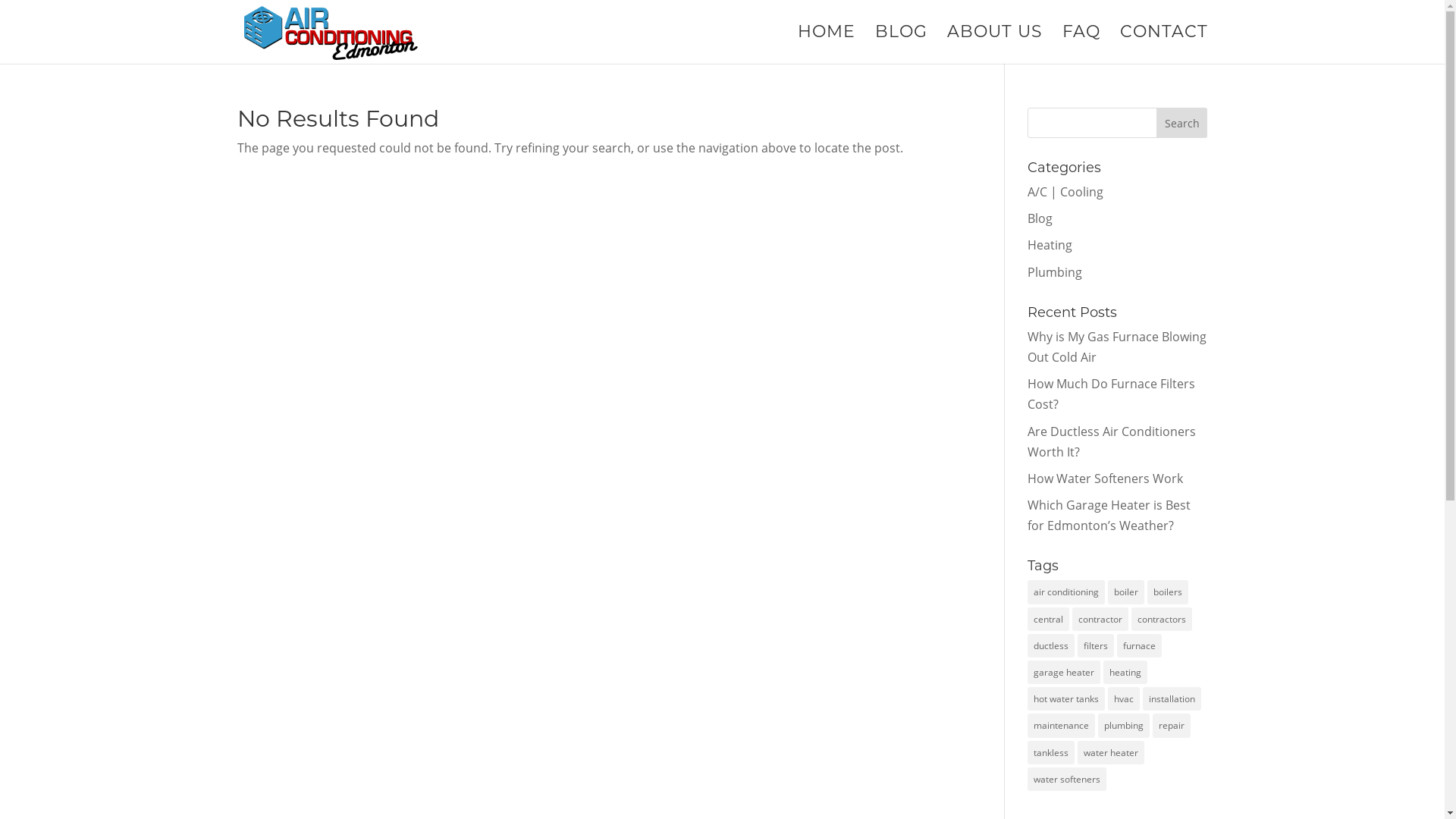 This screenshot has width=1456, height=819. What do you see at coordinates (1039, 218) in the screenshot?
I see `'Blog'` at bounding box center [1039, 218].